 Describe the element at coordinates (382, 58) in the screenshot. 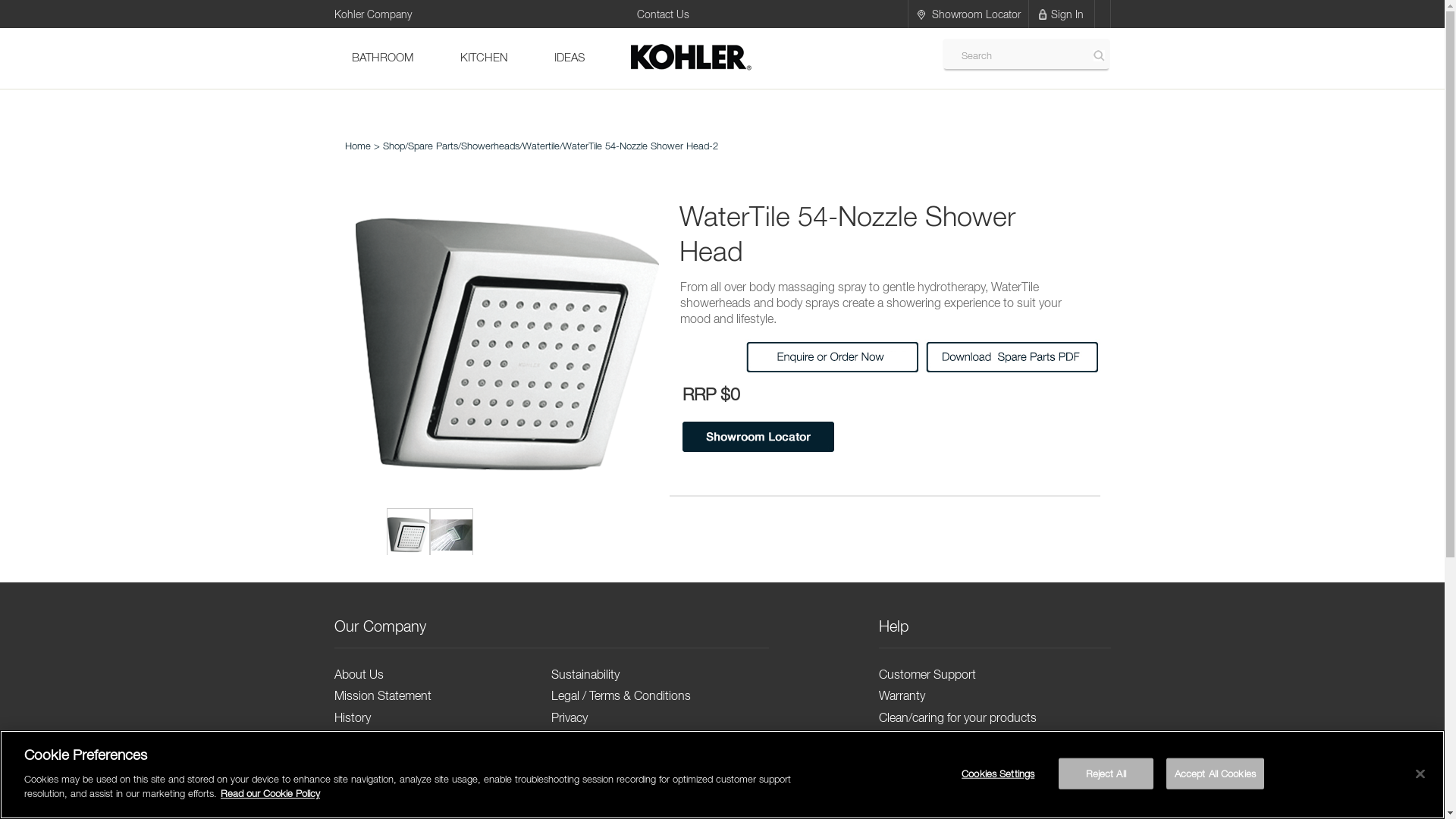

I see `'BATHROOM'` at that location.